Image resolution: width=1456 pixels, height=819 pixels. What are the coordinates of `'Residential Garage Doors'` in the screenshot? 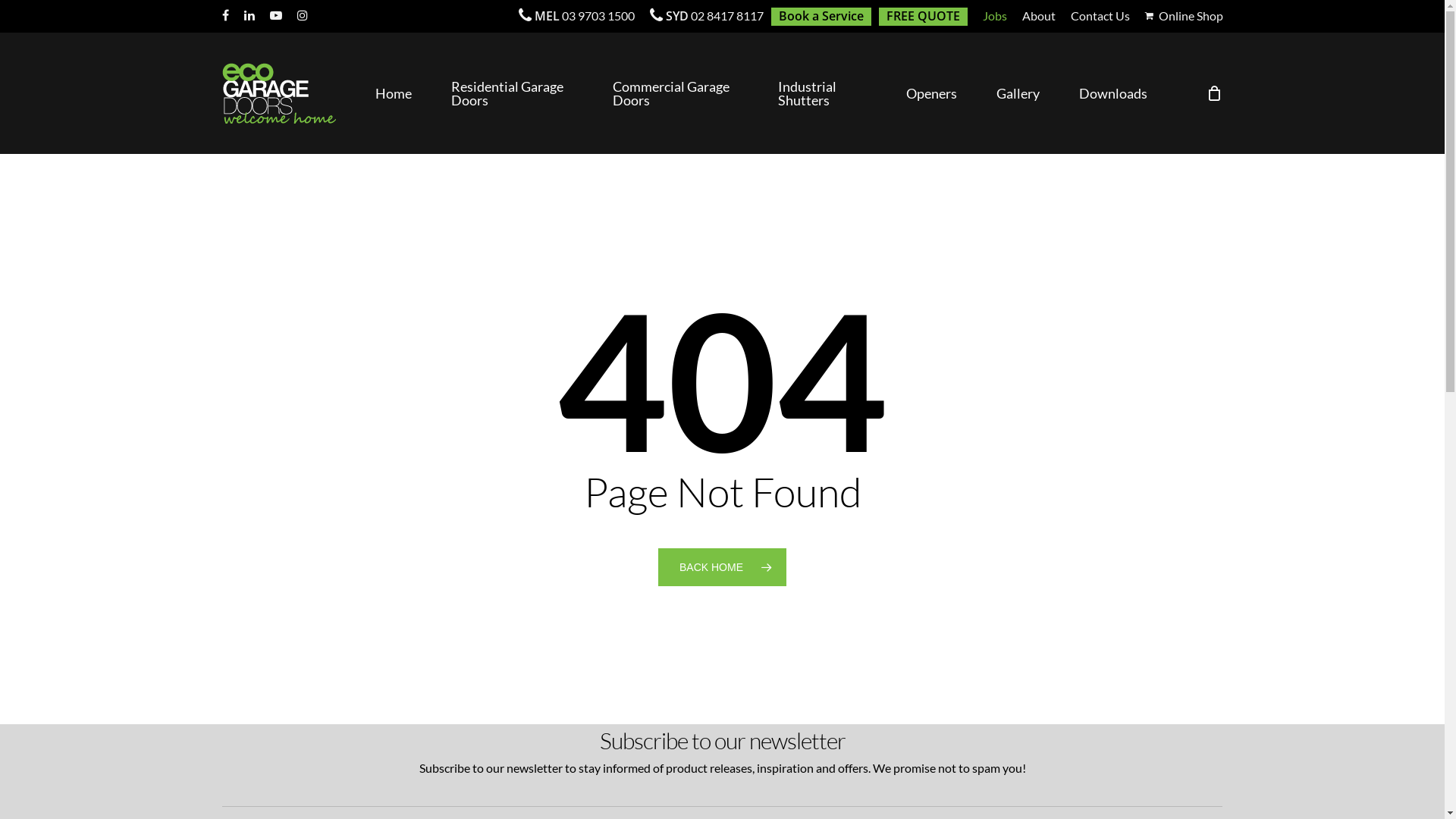 It's located at (450, 93).